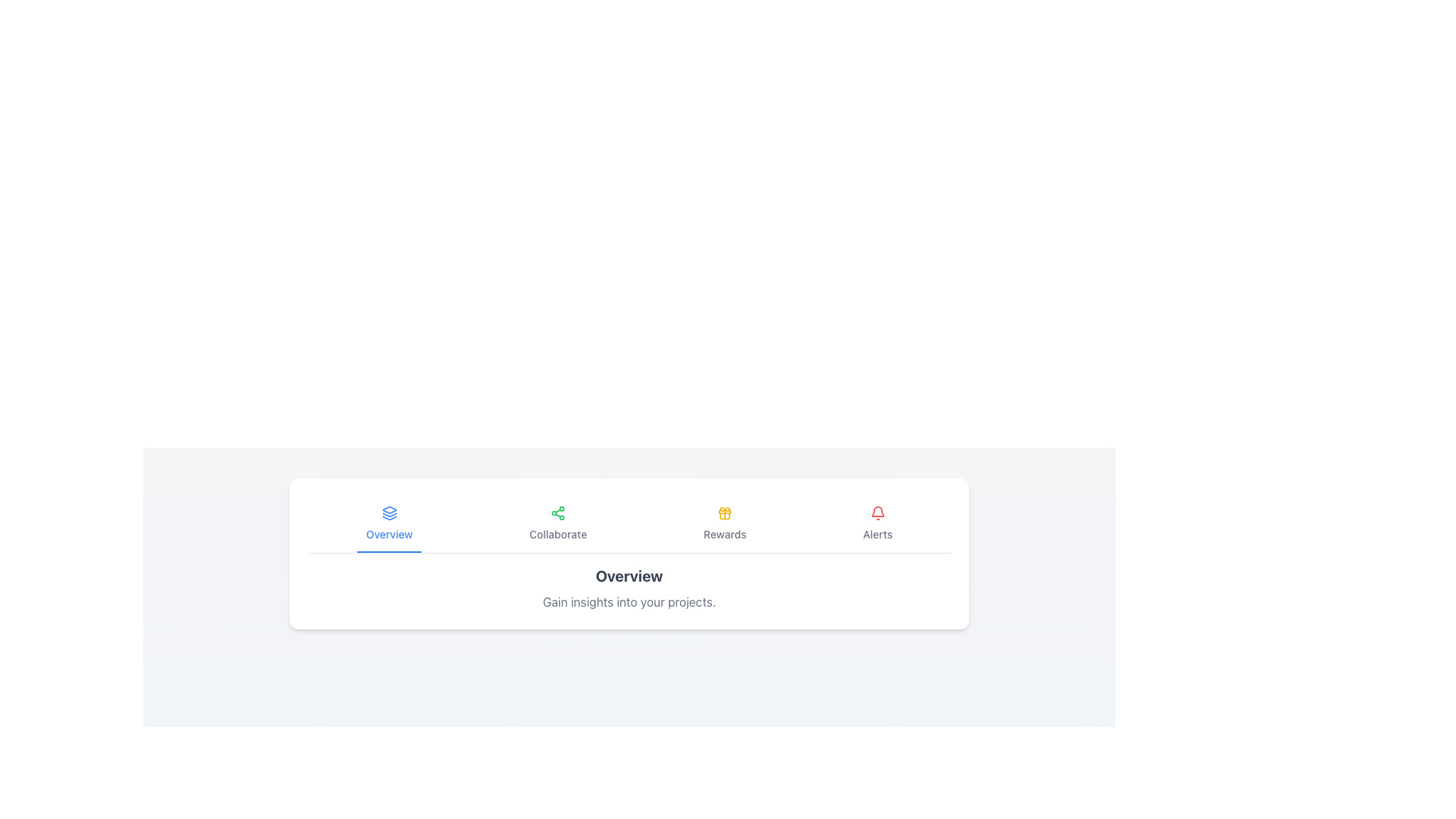 The height and width of the screenshot is (819, 1456). Describe the element at coordinates (877, 523) in the screenshot. I see `the fourth navigation button labeled 'Alerts' in the top navigation panel` at that location.